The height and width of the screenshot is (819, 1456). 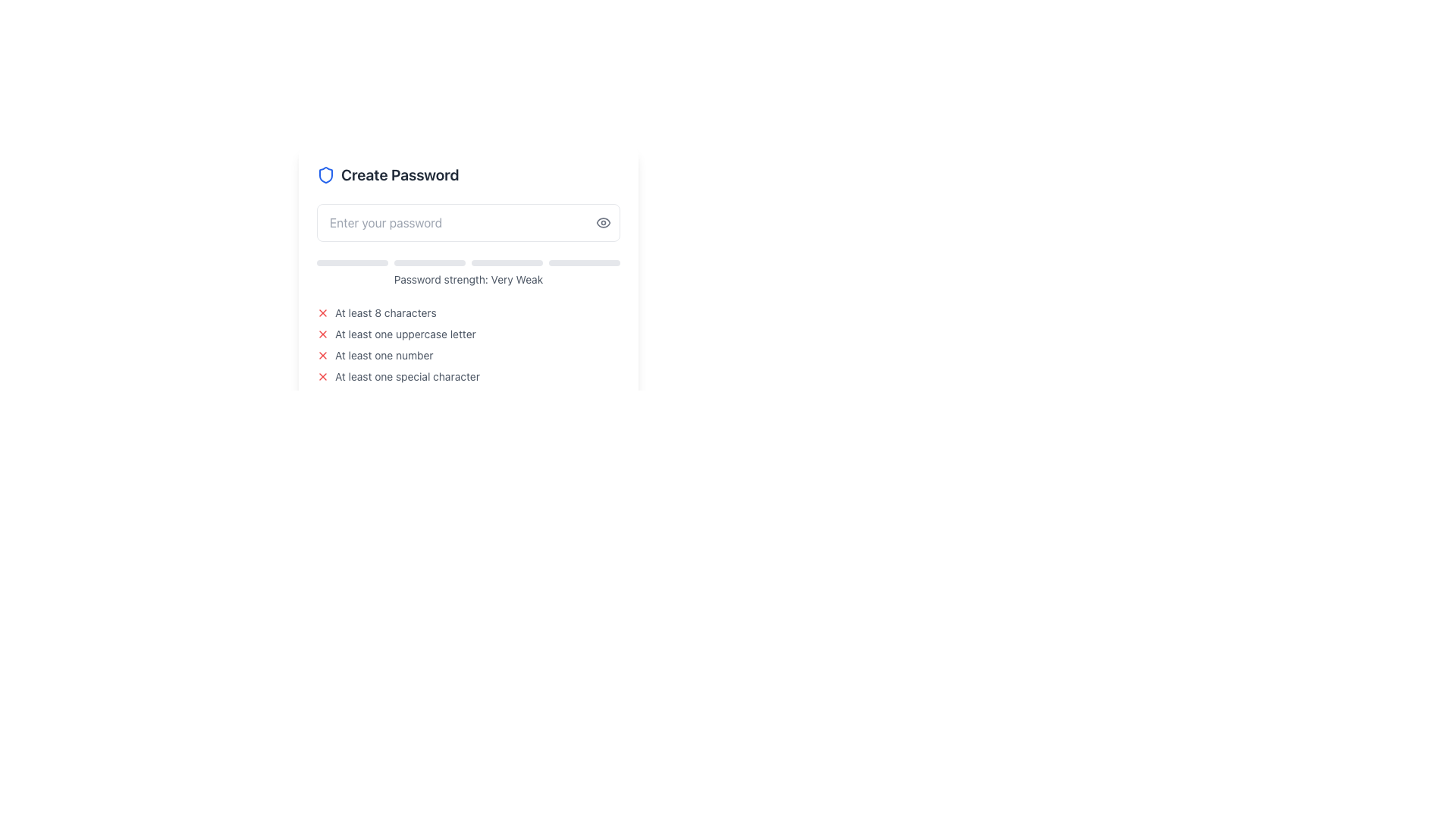 I want to click on the shield-like icon that symbolizes protection, located to the left of the 'Create Password' text, so click(x=325, y=174).